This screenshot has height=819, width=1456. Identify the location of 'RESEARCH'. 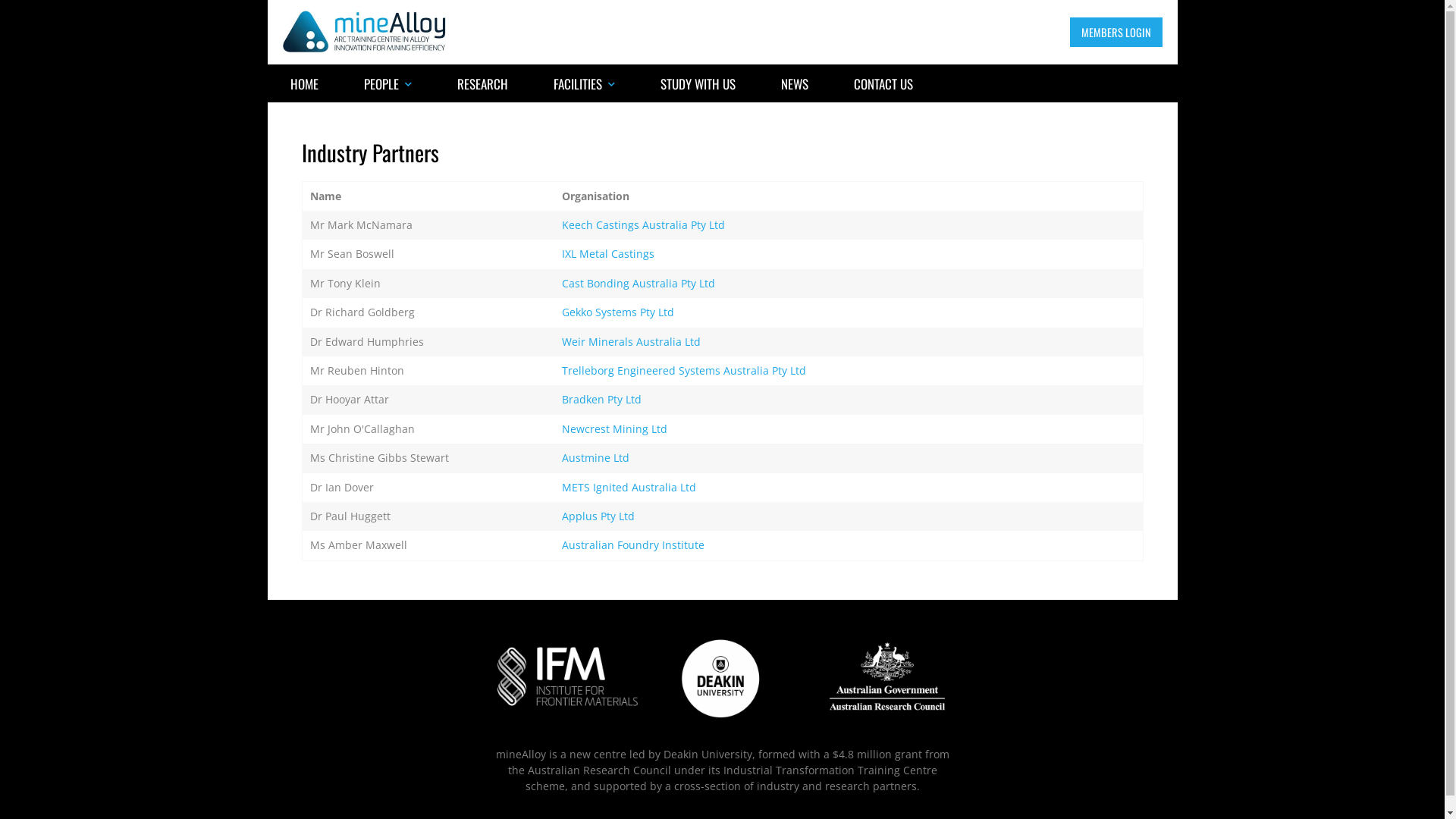
(481, 83).